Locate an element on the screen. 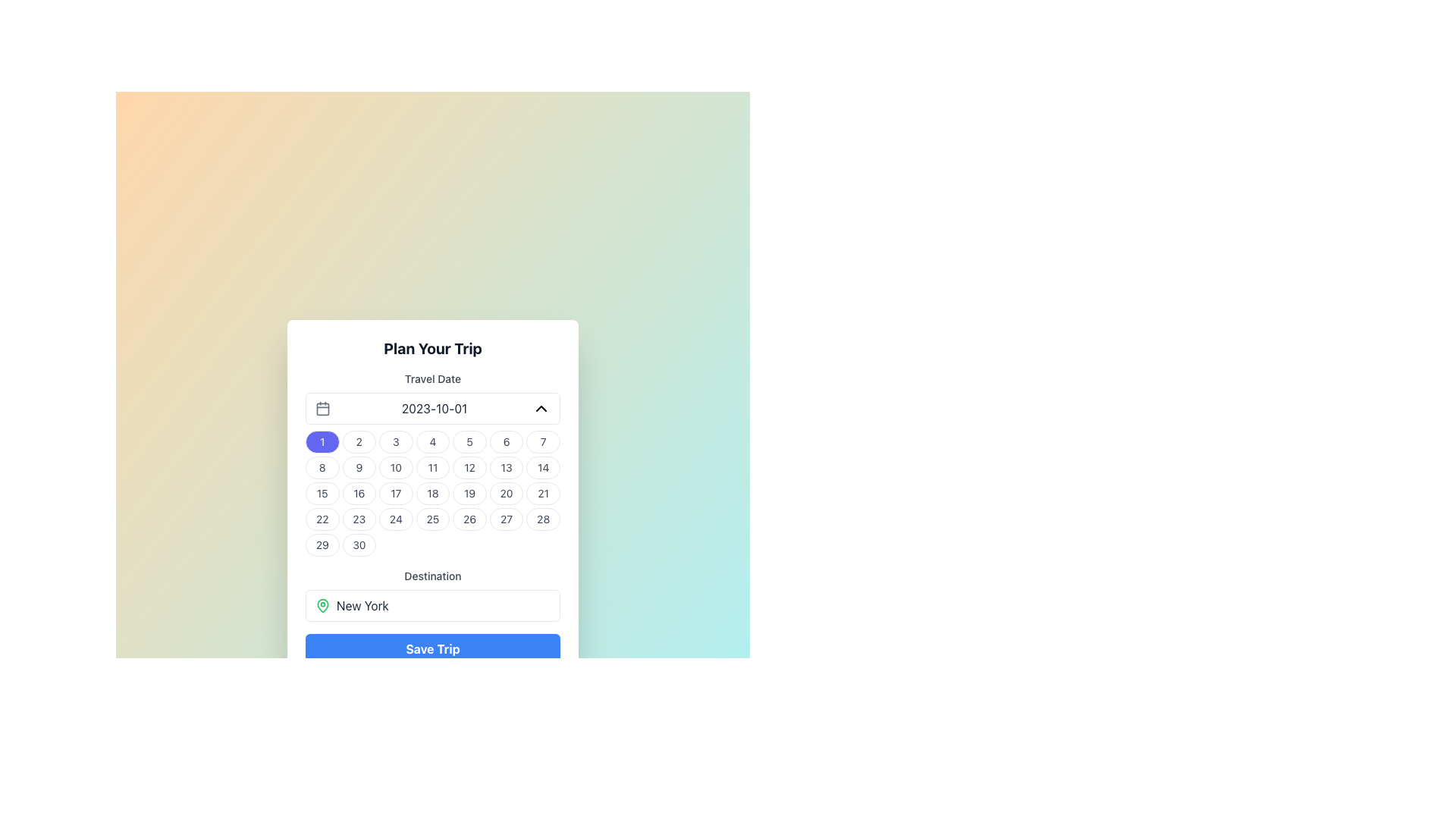 This screenshot has width=1456, height=819. the selectable calendar date button for the 27th slot in the calendar grid to set the date is located at coordinates (506, 519).